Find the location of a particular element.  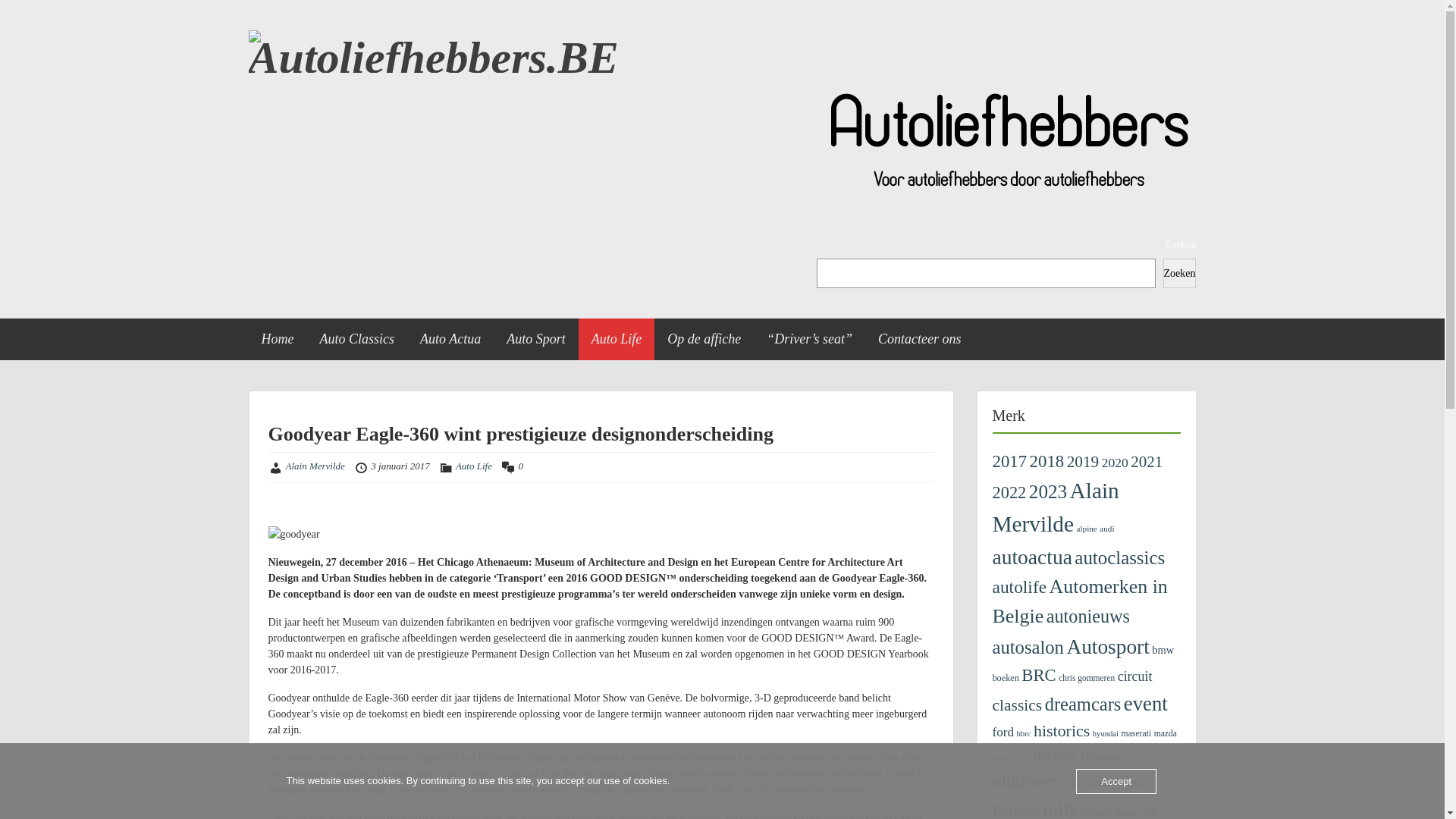

'autosalon' is located at coordinates (1027, 647).